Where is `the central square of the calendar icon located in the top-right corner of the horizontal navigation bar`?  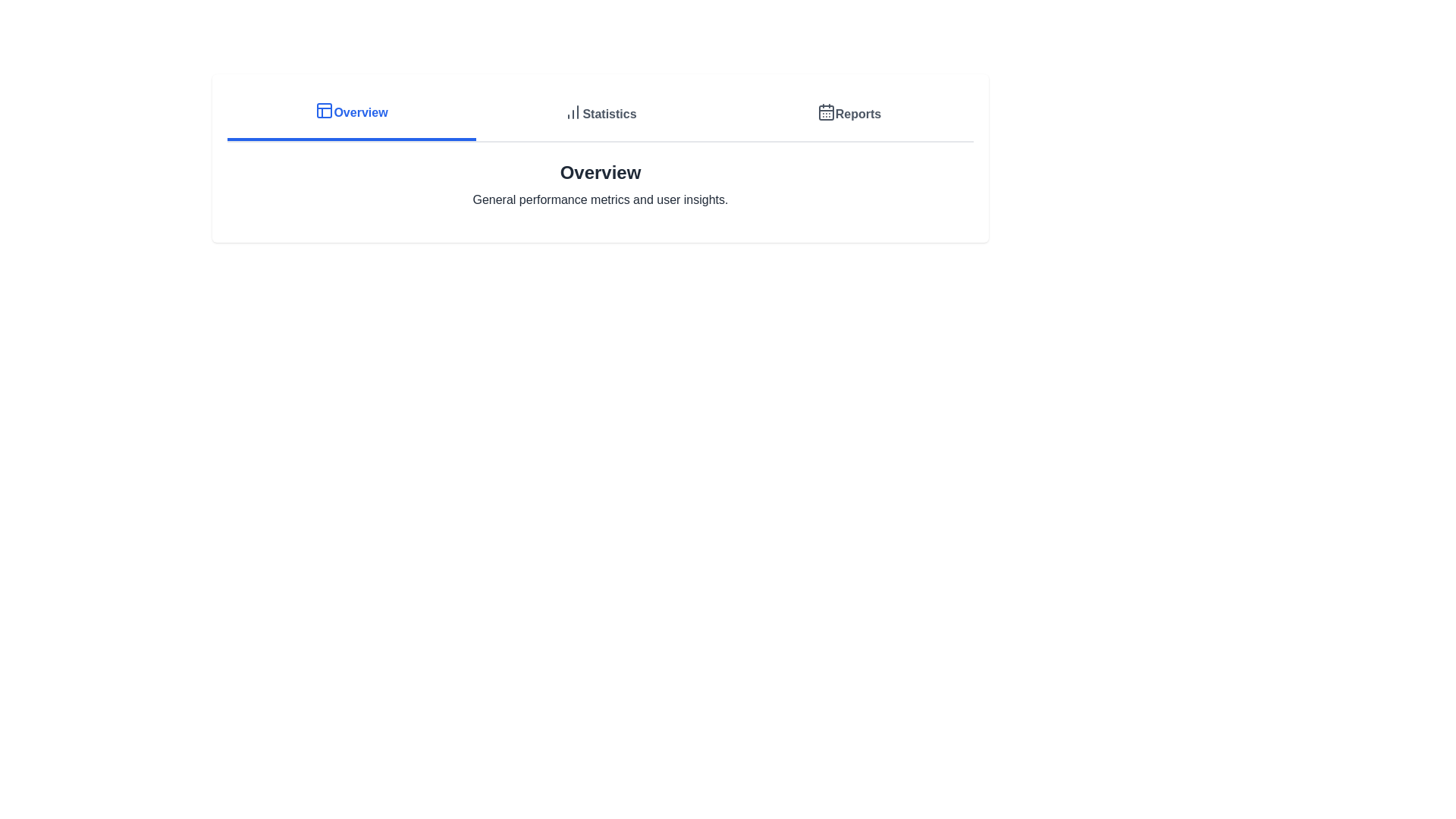 the central square of the calendar icon located in the top-right corner of the horizontal navigation bar is located at coordinates (825, 112).